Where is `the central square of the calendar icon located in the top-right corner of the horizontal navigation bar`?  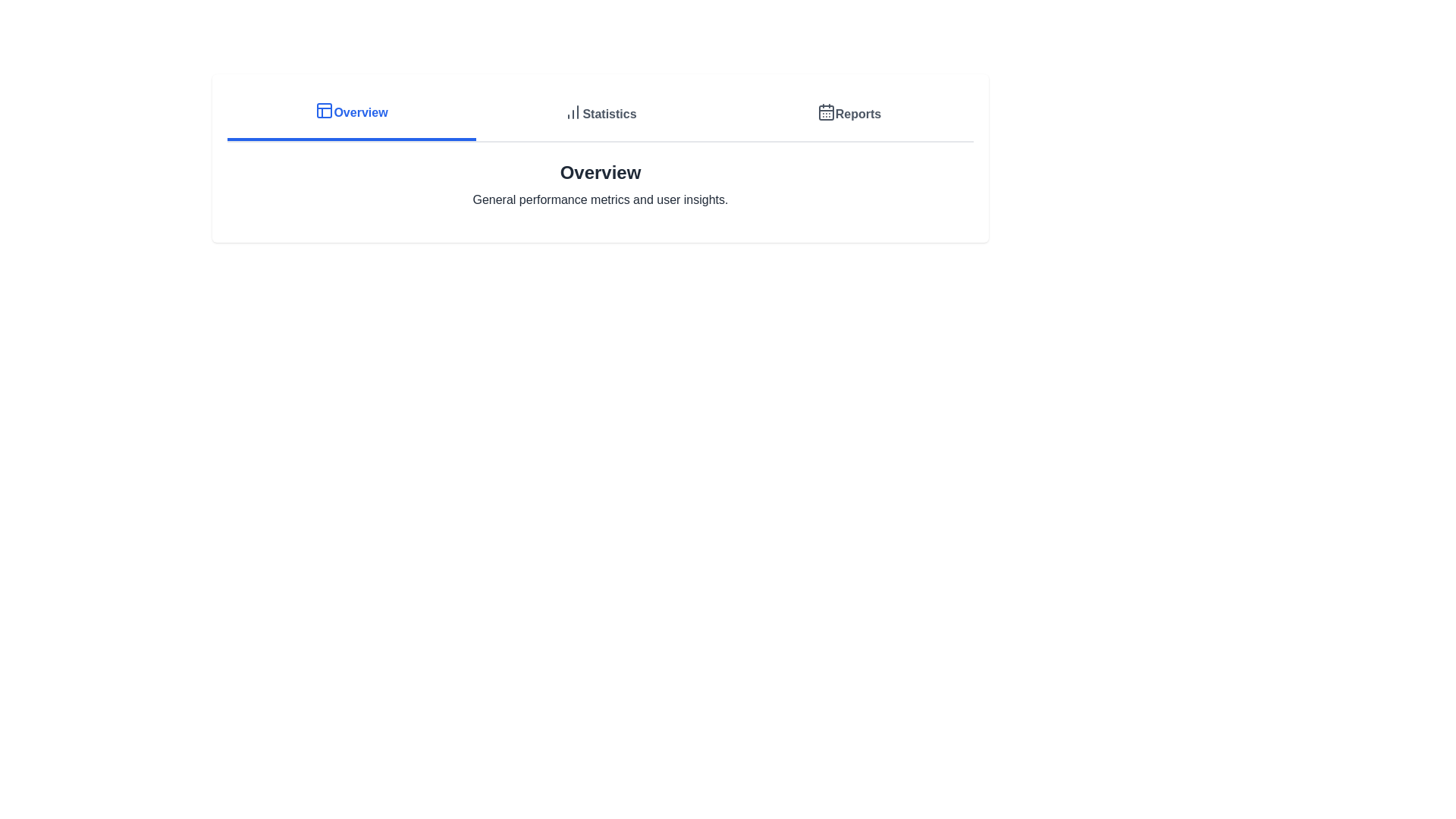 the central square of the calendar icon located in the top-right corner of the horizontal navigation bar is located at coordinates (825, 112).